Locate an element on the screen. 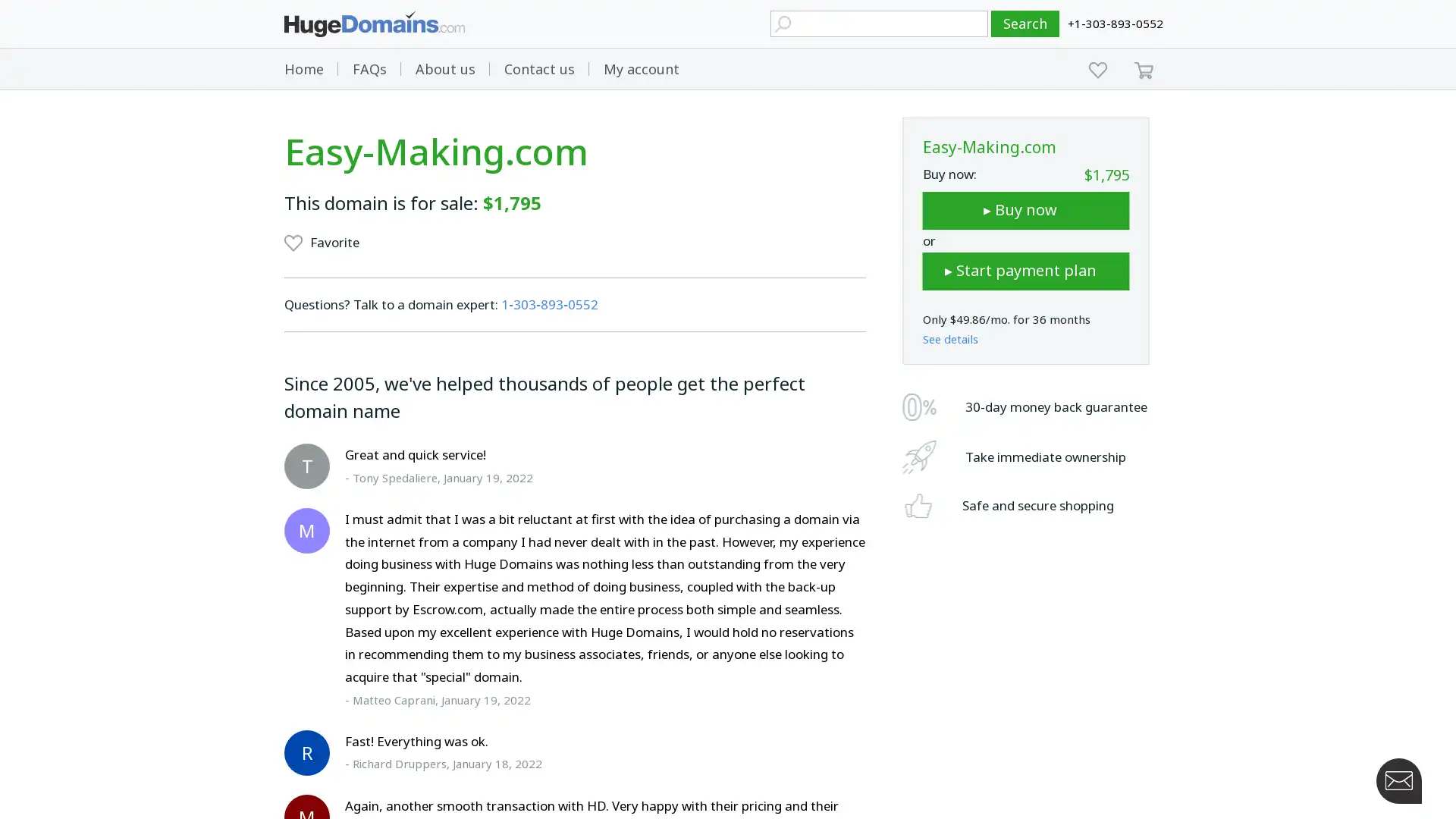  Search is located at coordinates (1025, 24).